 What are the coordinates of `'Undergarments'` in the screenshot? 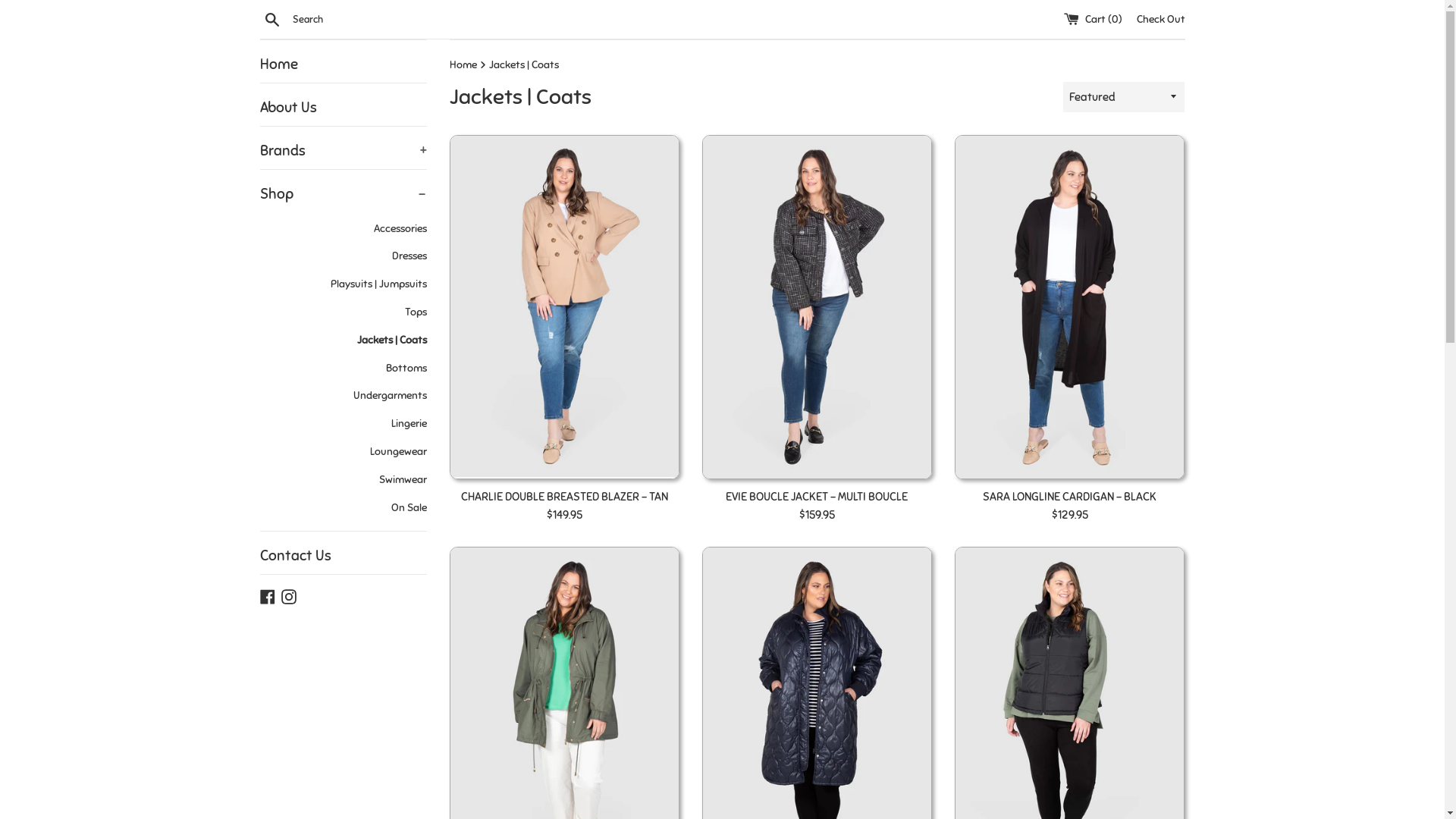 It's located at (341, 395).